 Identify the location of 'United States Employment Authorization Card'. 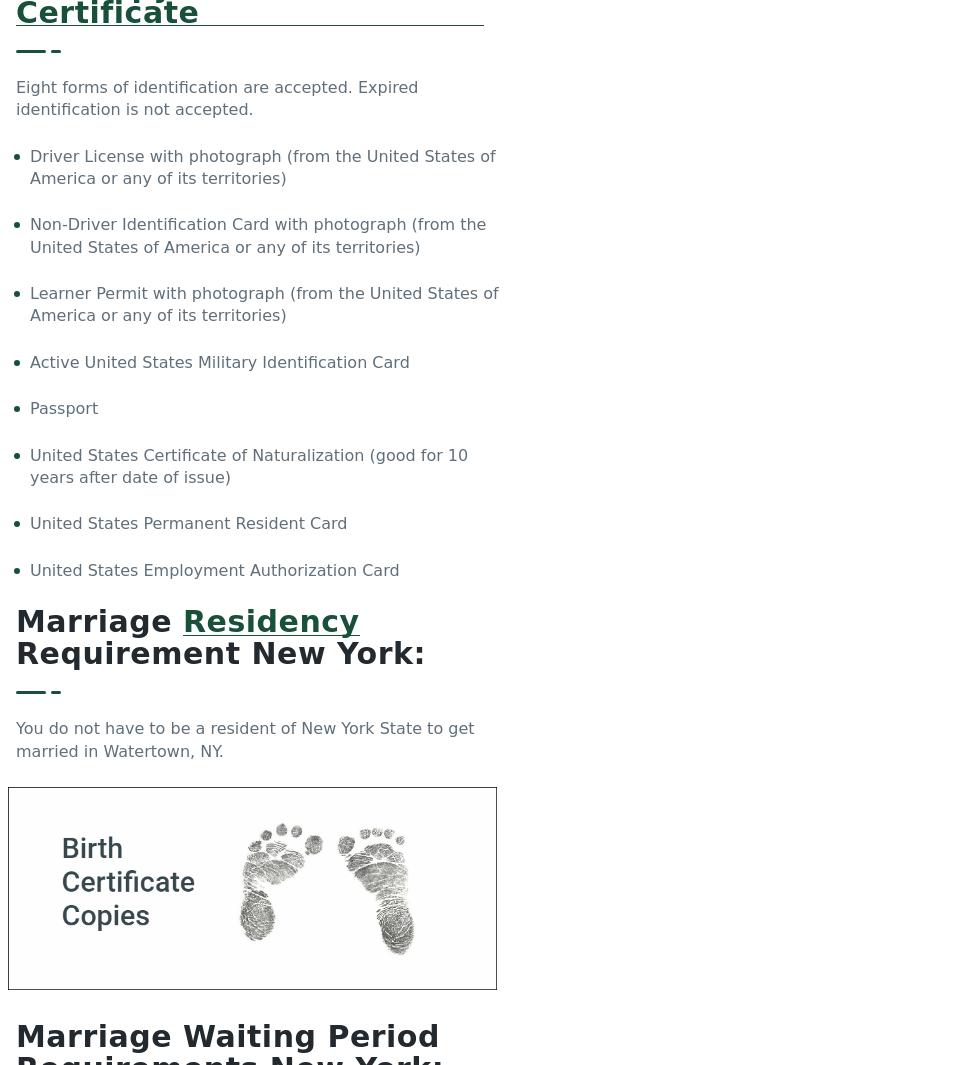
(214, 569).